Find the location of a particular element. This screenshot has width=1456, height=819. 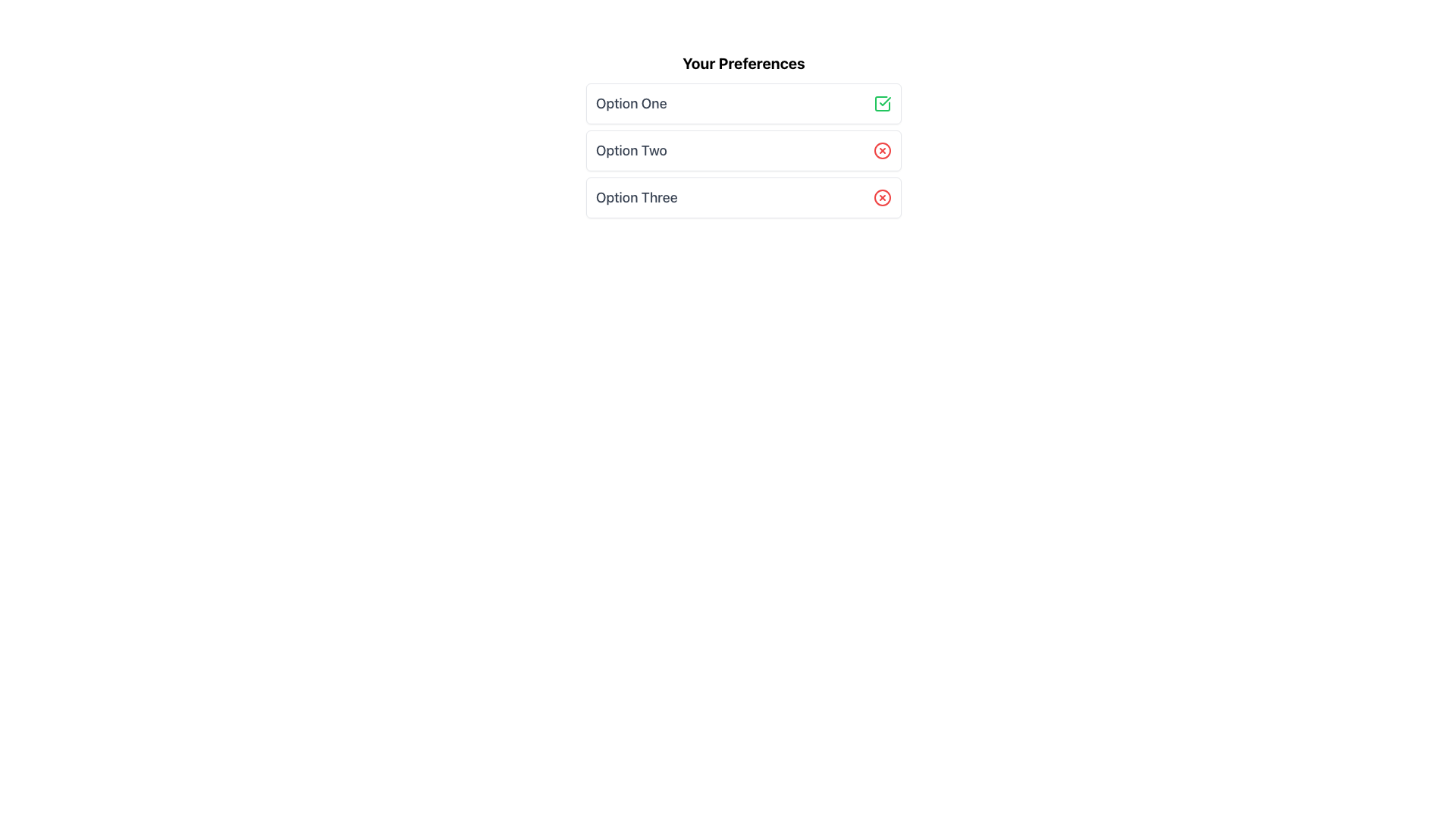

the text label indicating 'Option Three' in the vertically stacked list of selectable preferences is located at coordinates (636, 196).